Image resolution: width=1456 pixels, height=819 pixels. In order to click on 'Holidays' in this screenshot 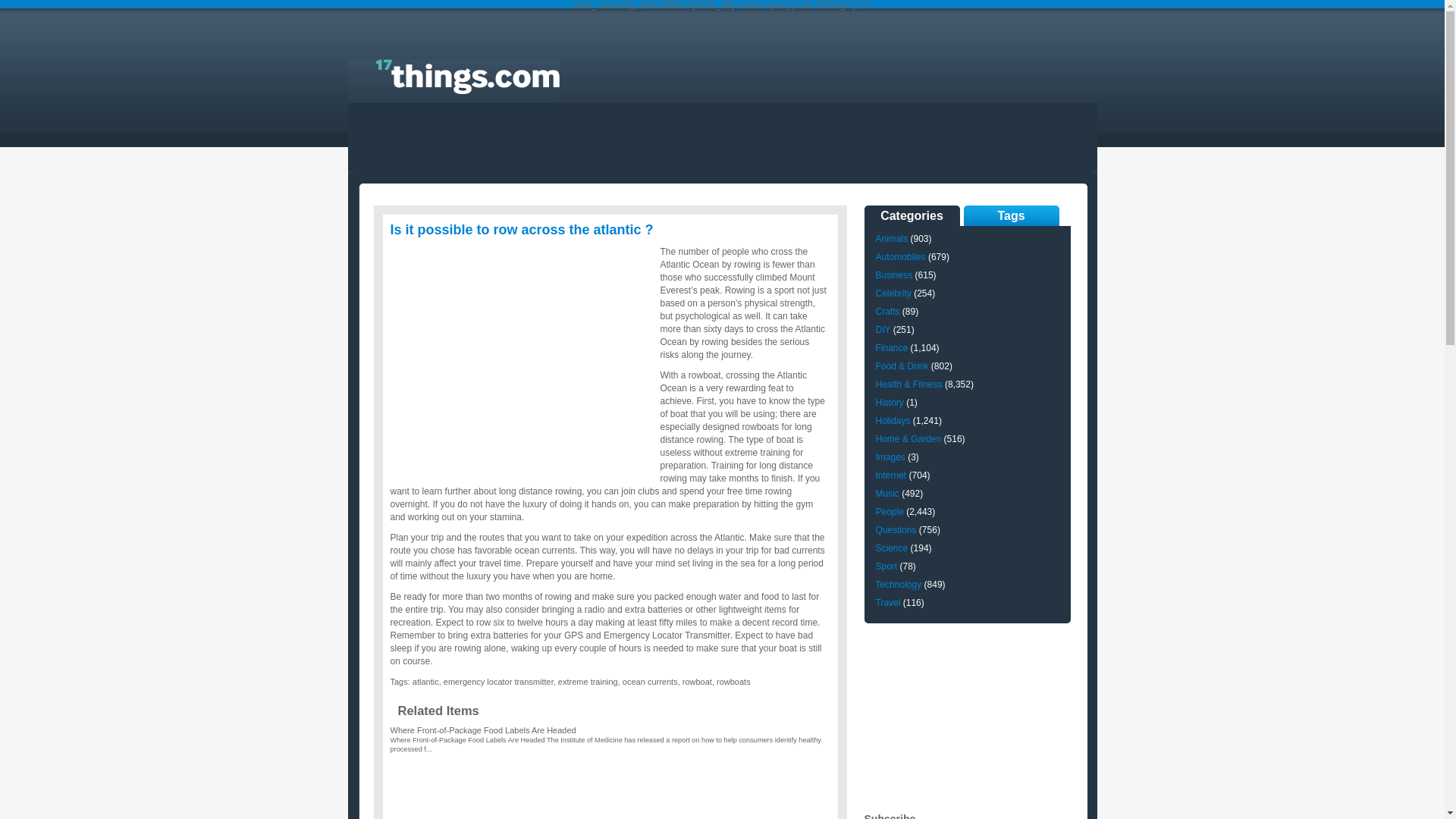, I will do `click(892, 421)`.